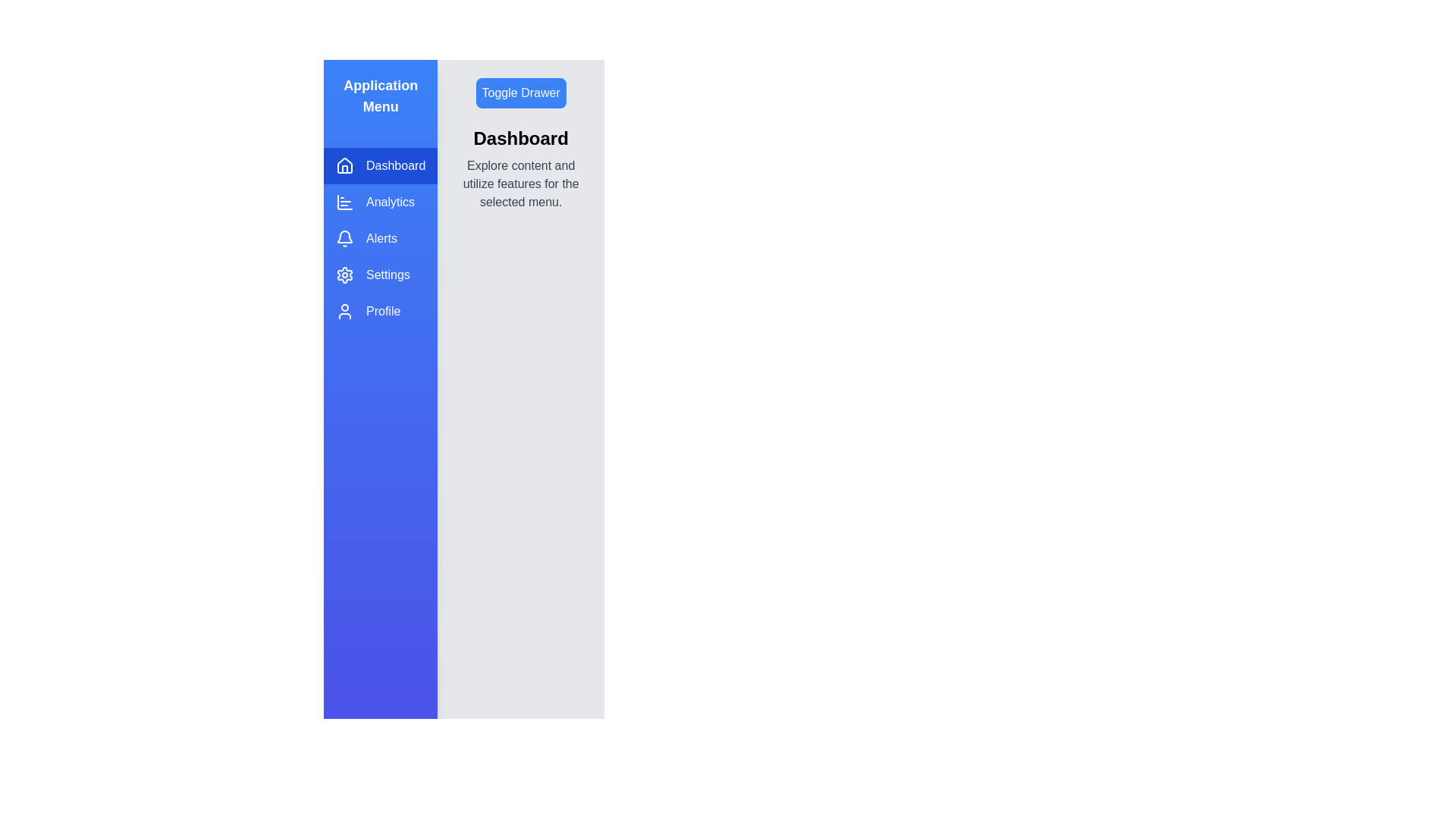 This screenshot has width=1456, height=819. What do you see at coordinates (381, 166) in the screenshot?
I see `the menu item Dashboard from the drawer to switch to the corresponding section` at bounding box center [381, 166].